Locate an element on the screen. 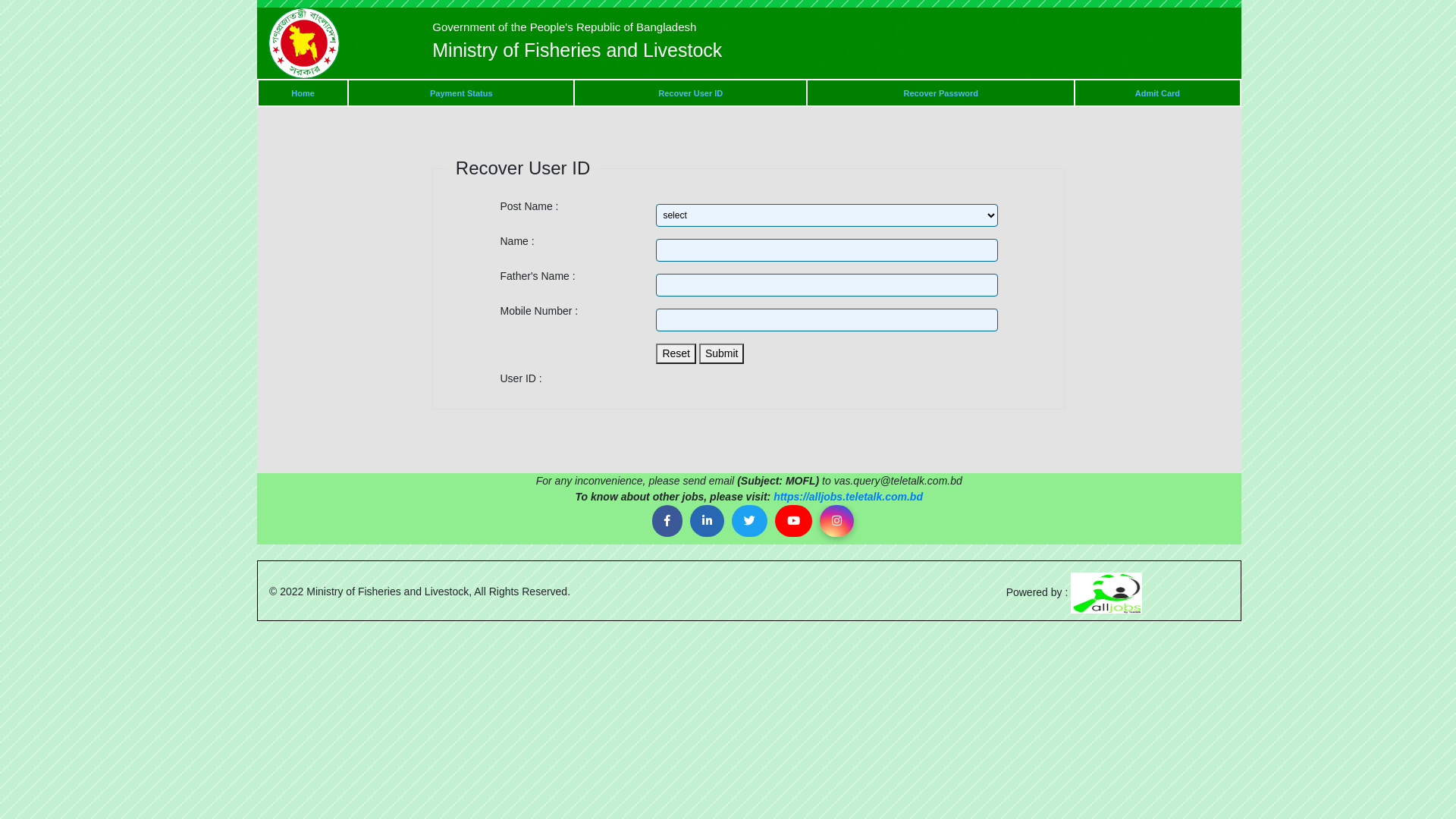  'Twitter' is located at coordinates (731, 520).